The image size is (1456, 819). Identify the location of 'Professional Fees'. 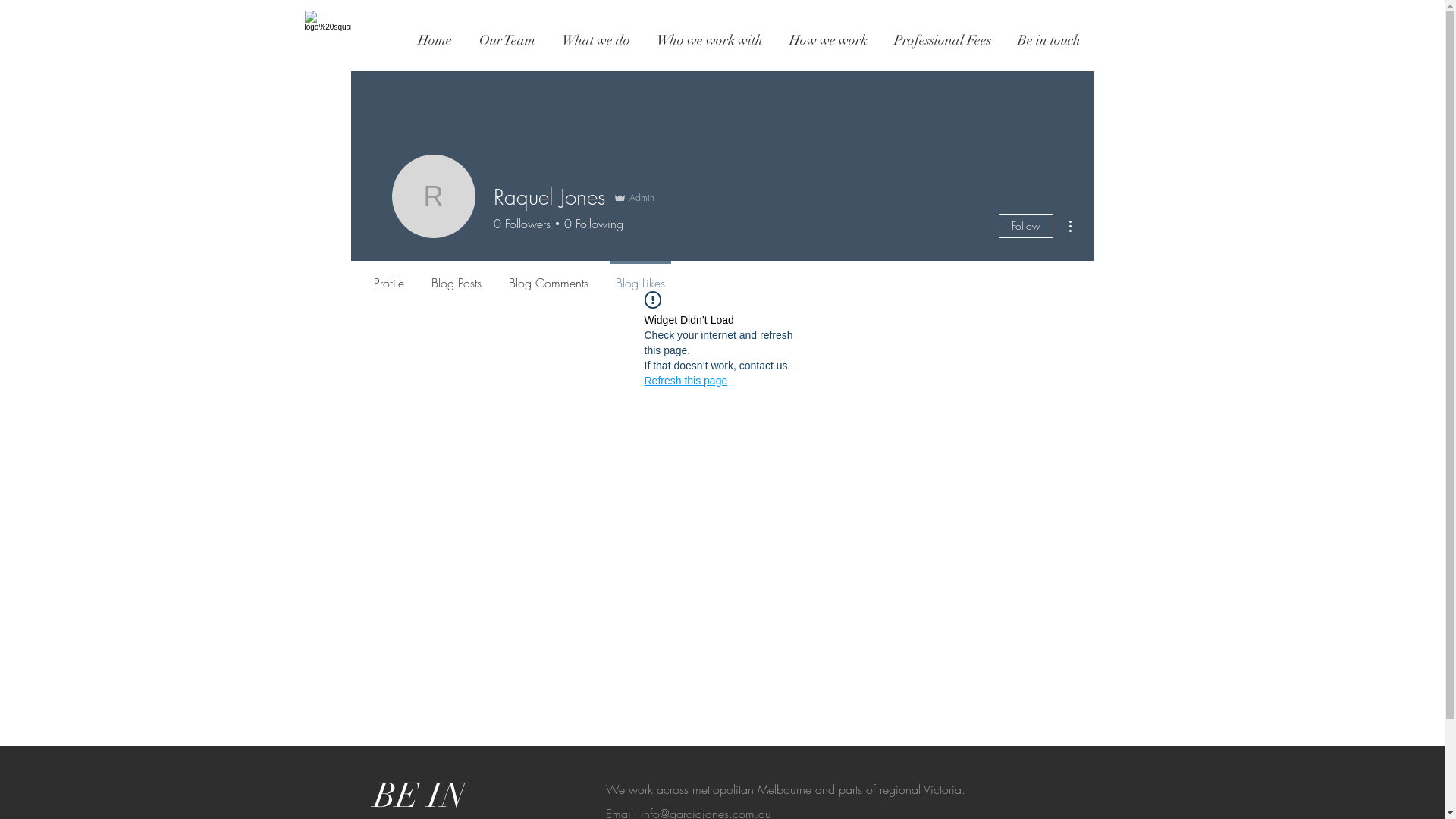
(942, 39).